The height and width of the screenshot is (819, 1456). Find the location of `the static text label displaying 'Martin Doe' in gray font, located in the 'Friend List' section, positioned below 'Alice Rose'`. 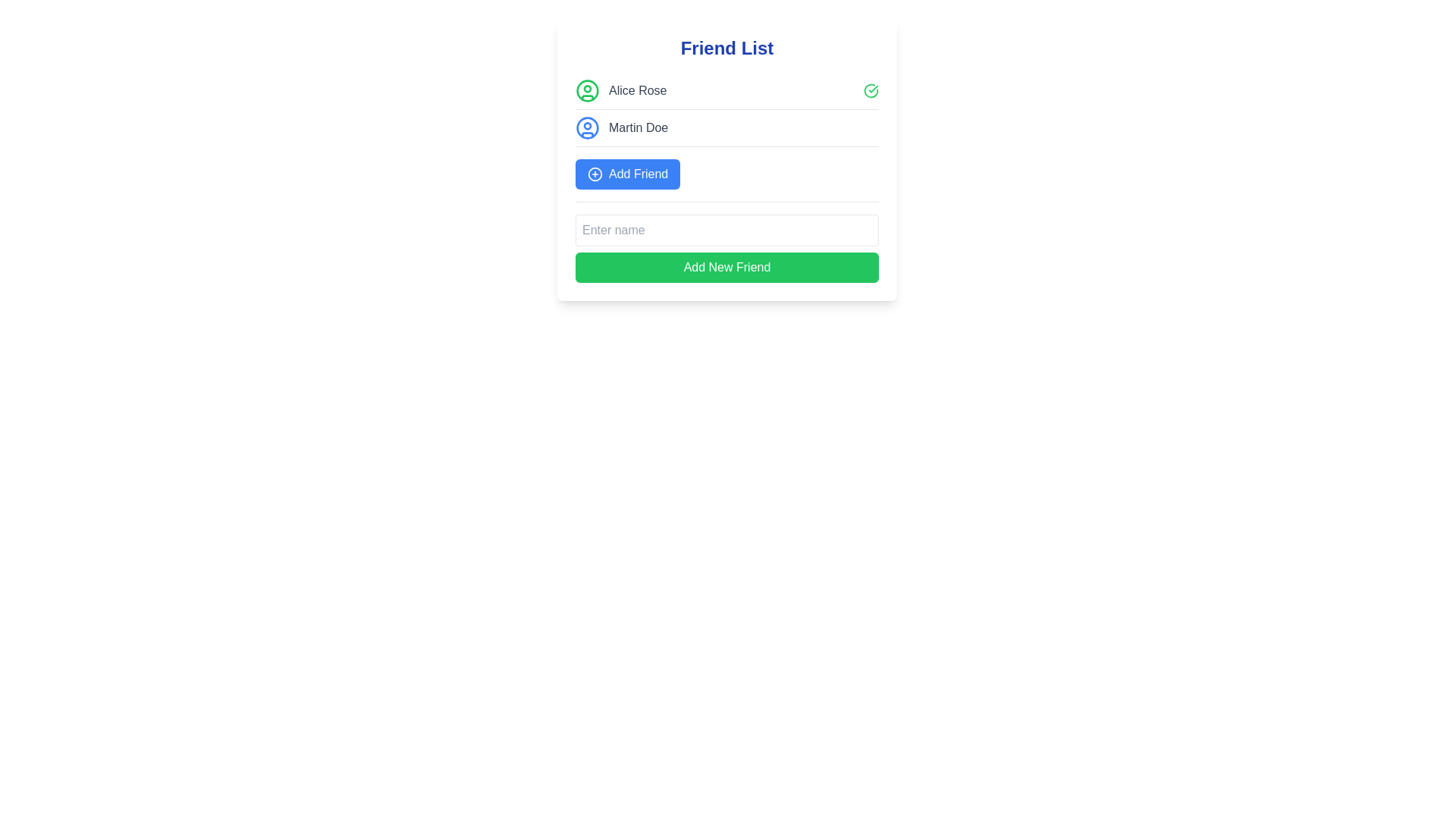

the static text label displaying 'Martin Doe' in gray font, located in the 'Friend List' section, positioned below 'Alice Rose' is located at coordinates (639, 127).